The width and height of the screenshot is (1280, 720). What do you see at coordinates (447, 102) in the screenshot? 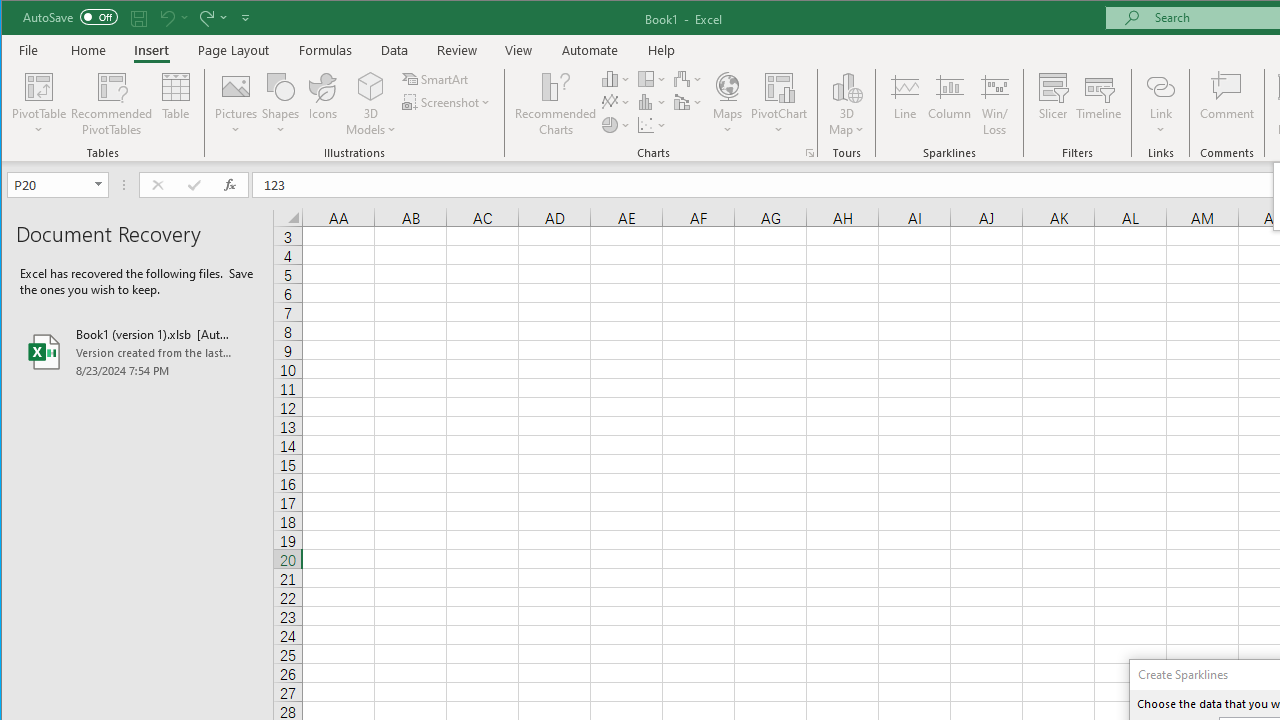
I see `'Screenshot'` at bounding box center [447, 102].